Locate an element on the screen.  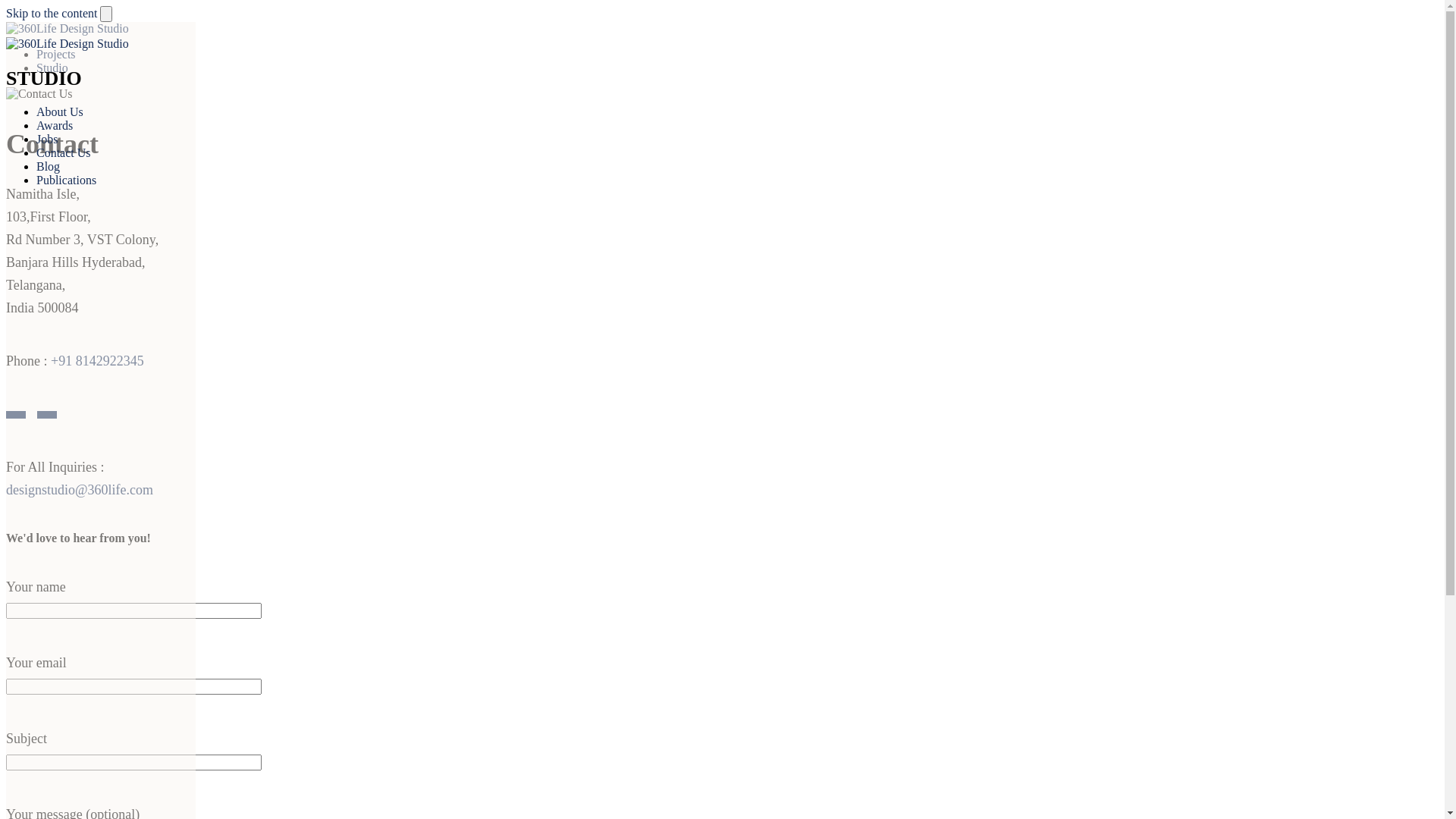
'Studio' is located at coordinates (52, 67).